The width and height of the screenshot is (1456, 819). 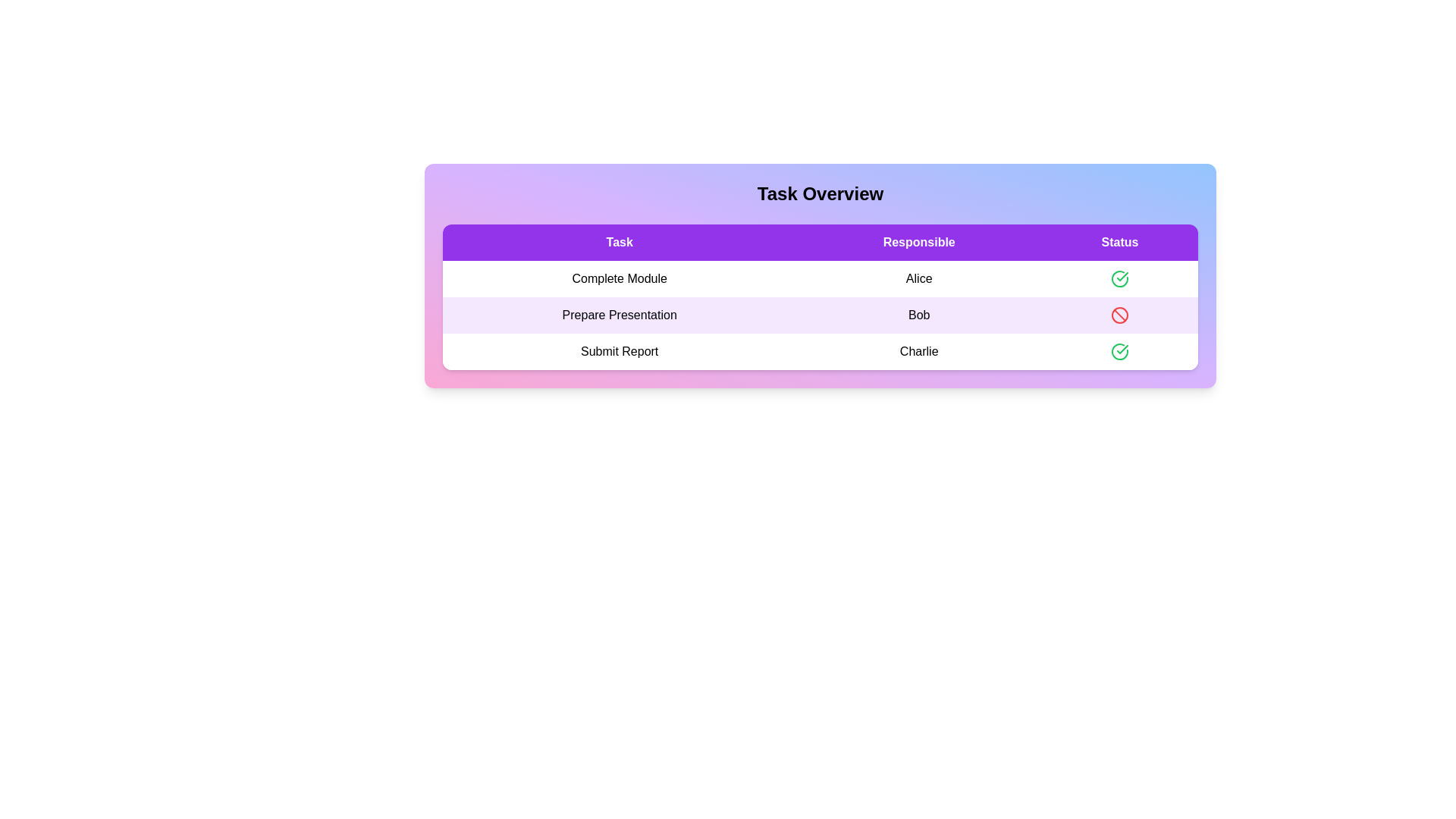 What do you see at coordinates (1120, 315) in the screenshot?
I see `the decorative SVG Circle that is part of the 'ban' icon located in the second row of the Status column in the Task Overview section` at bounding box center [1120, 315].